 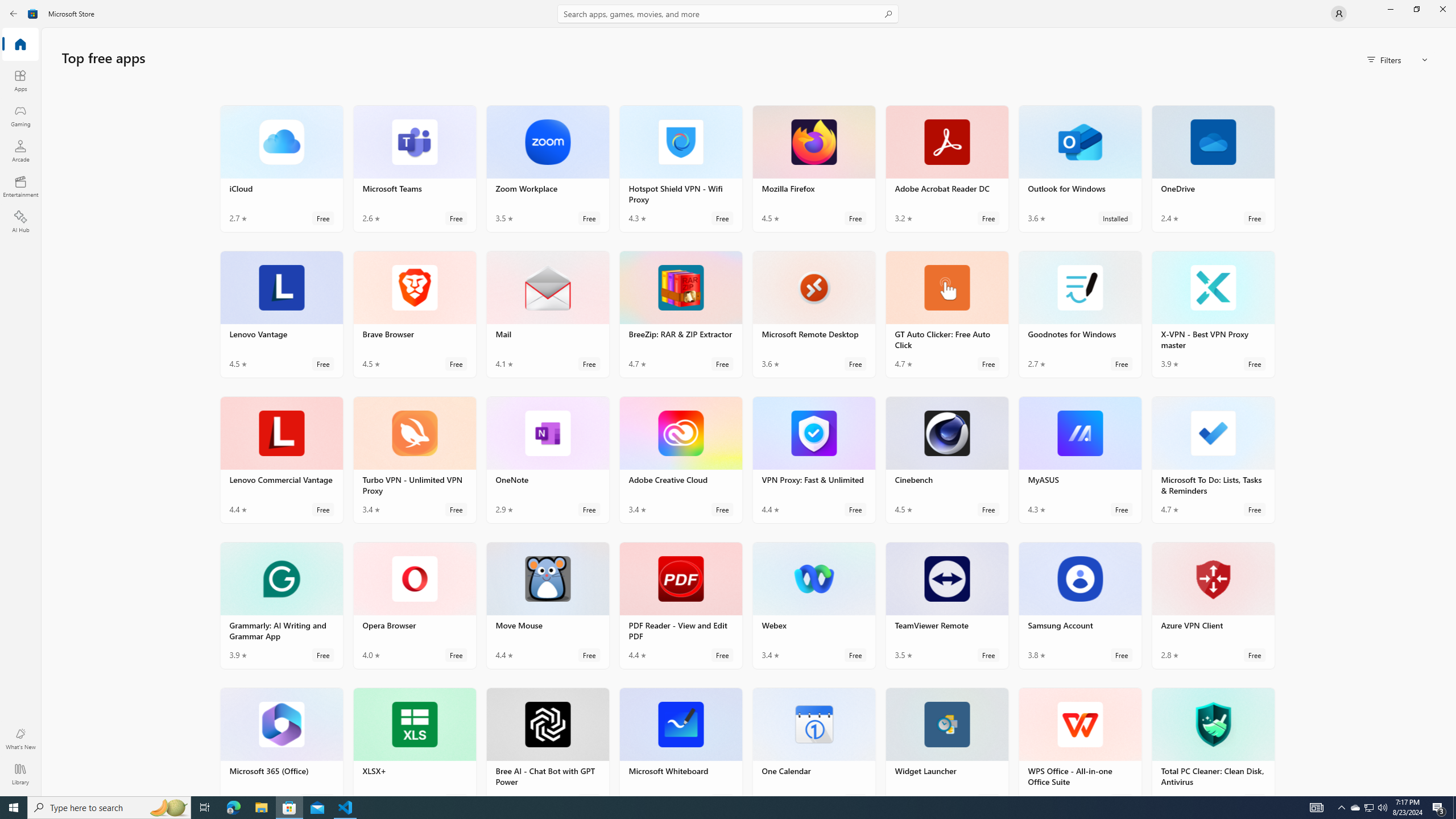 I want to click on 'Apps', so click(x=19, y=80).